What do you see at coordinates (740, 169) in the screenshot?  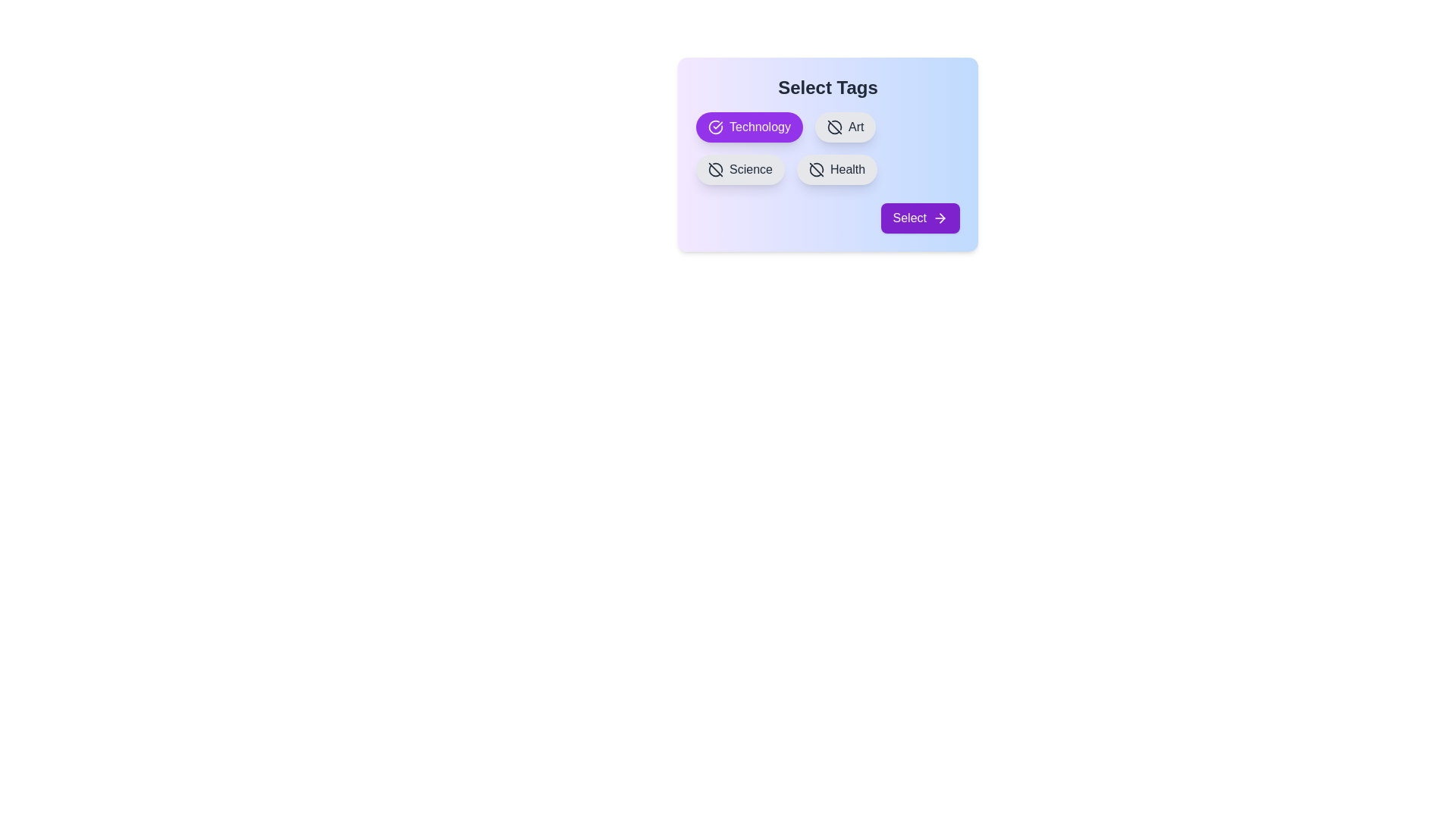 I see `the tag Science` at bounding box center [740, 169].